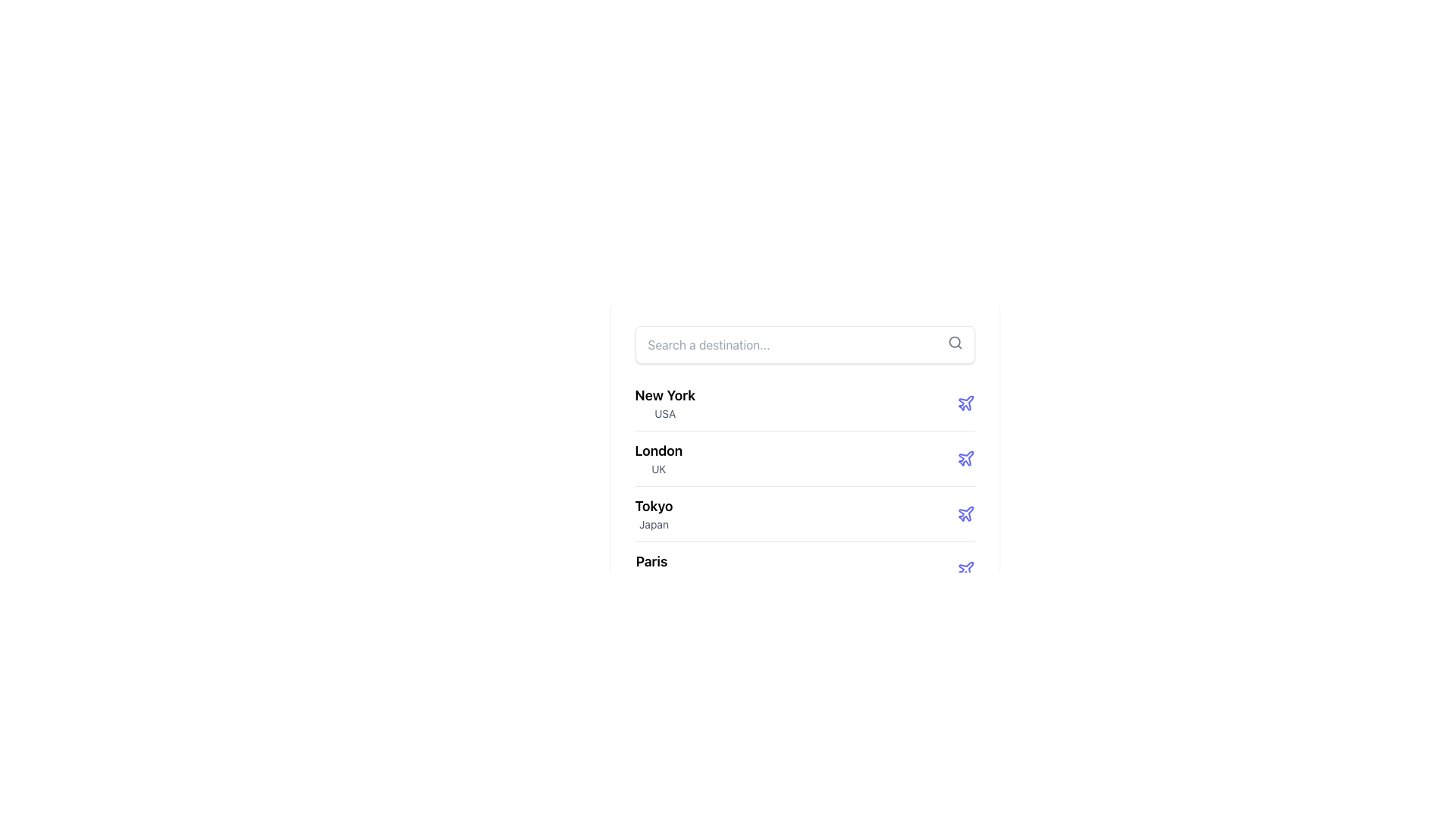 Image resolution: width=1456 pixels, height=819 pixels. Describe the element at coordinates (804, 513) in the screenshot. I see `the list item displaying 'Tokyo'` at that location.